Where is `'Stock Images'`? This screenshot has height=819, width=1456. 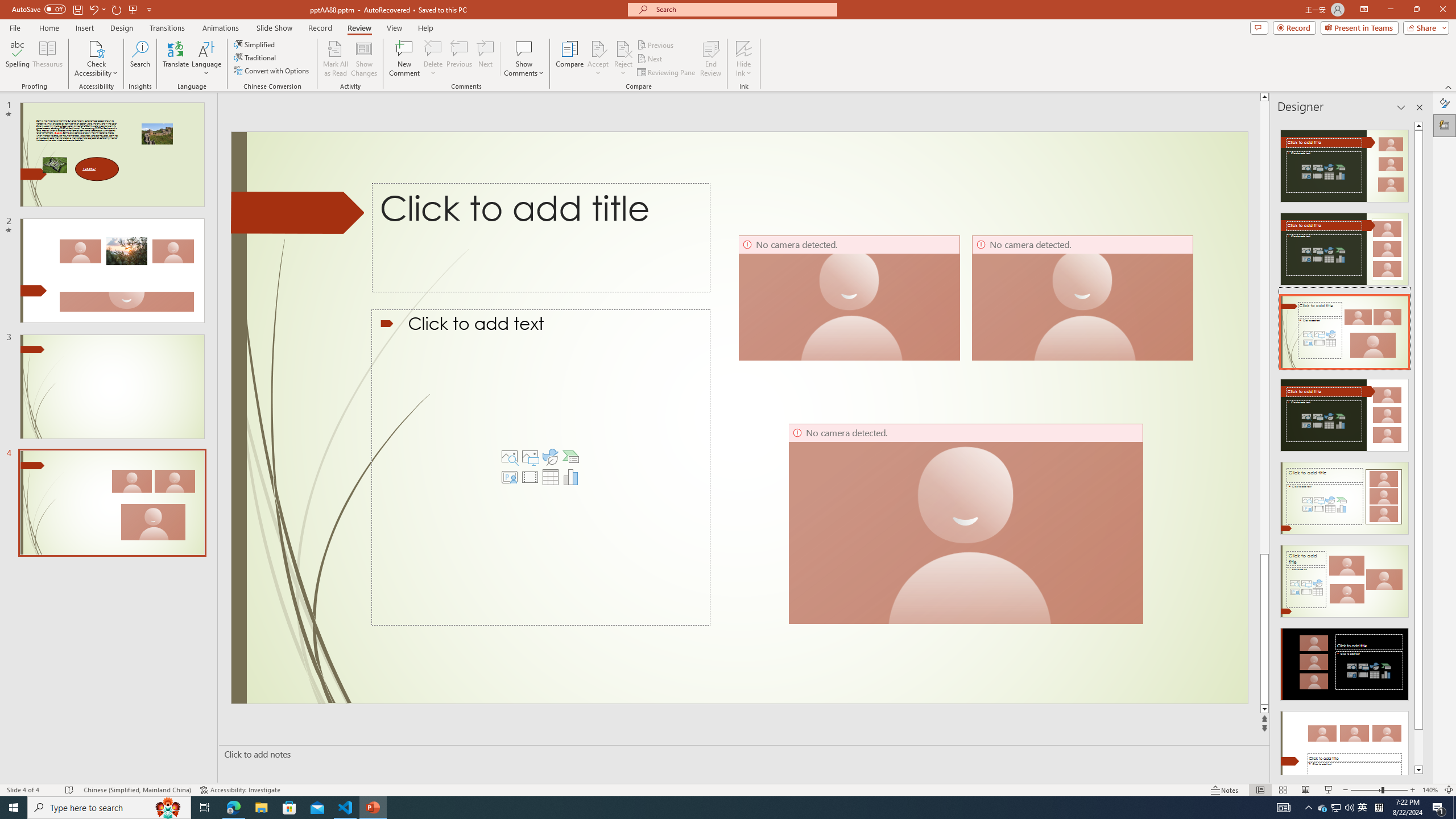 'Stock Images' is located at coordinates (510, 457).